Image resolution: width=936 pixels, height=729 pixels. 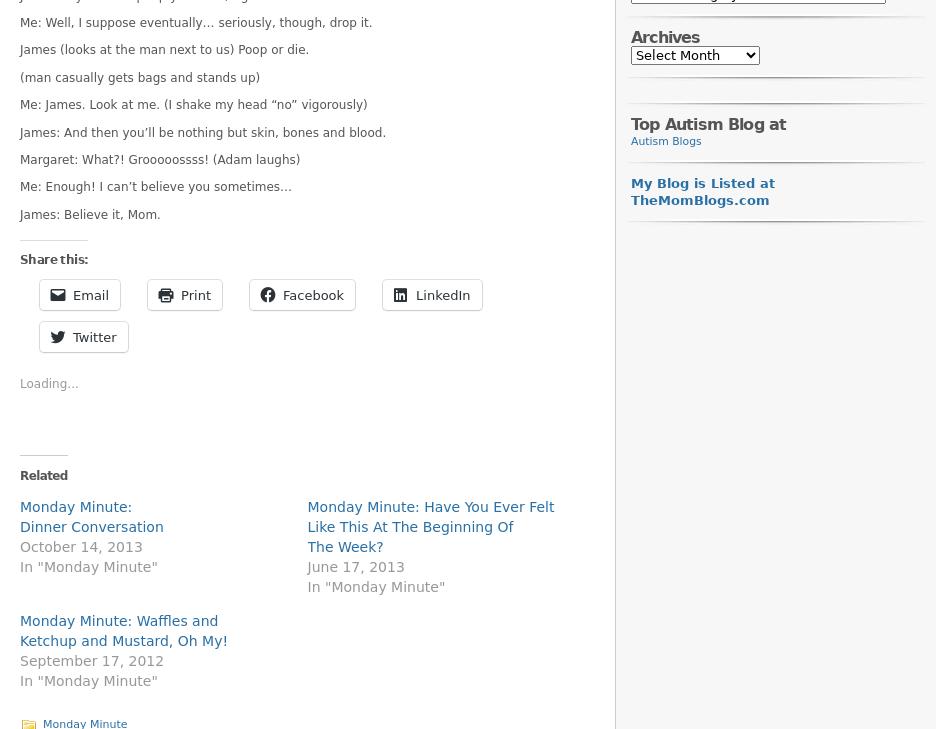 I want to click on 'LinkedIn', so click(x=443, y=293).